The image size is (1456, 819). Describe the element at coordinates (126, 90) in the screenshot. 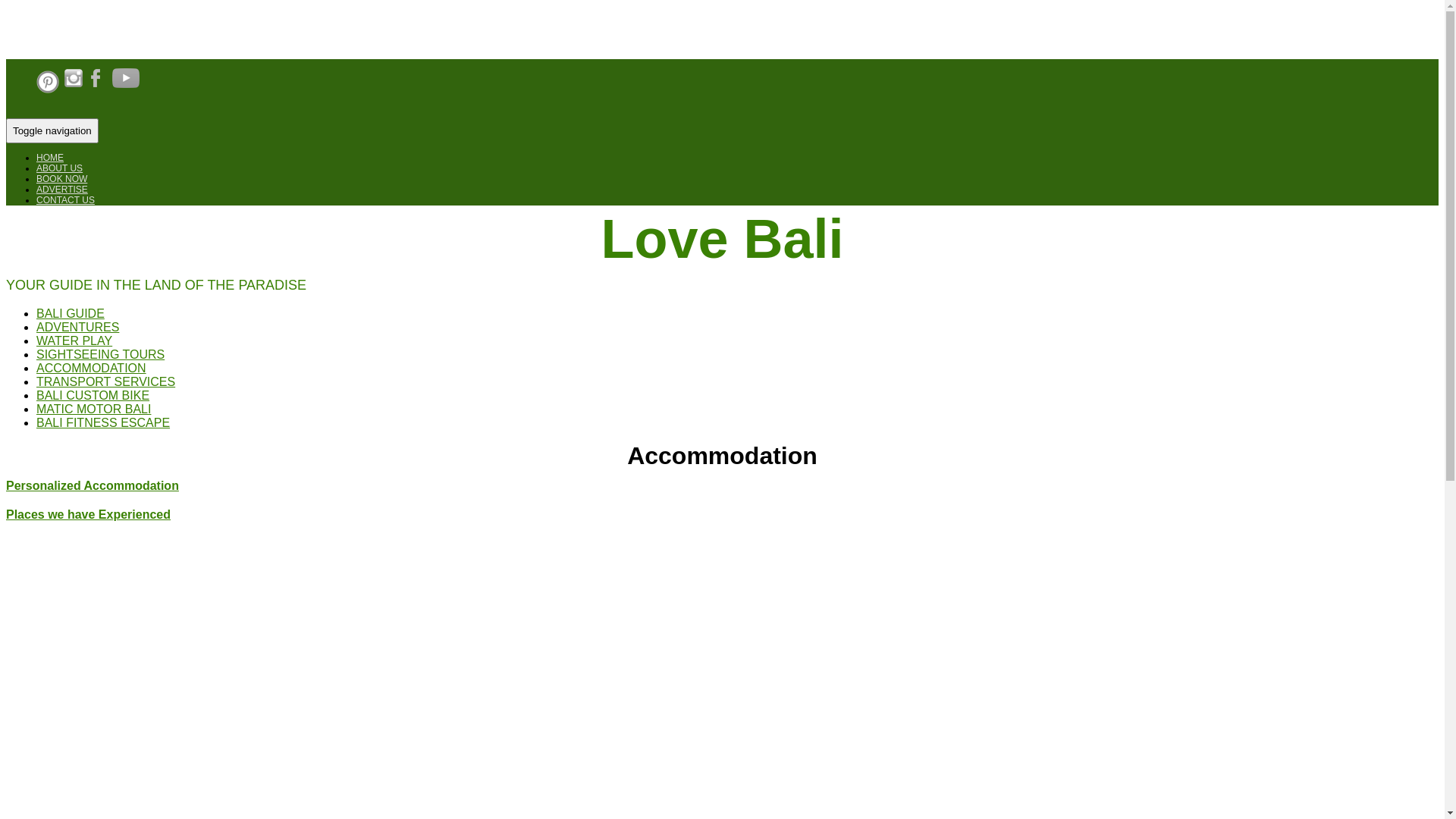

I see `'Open Youtube'` at that location.